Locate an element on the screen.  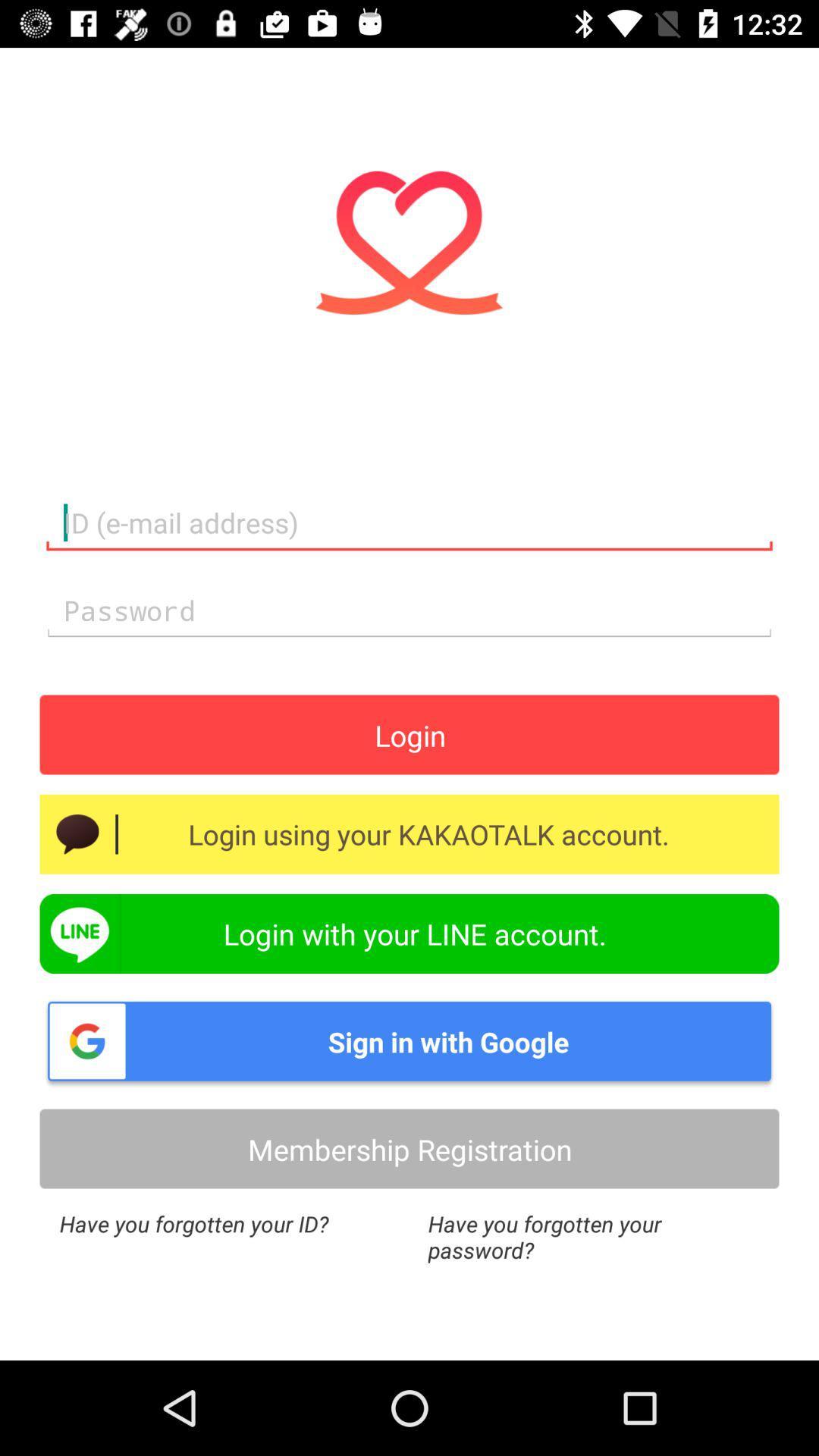
login email address typing field is located at coordinates (409, 523).